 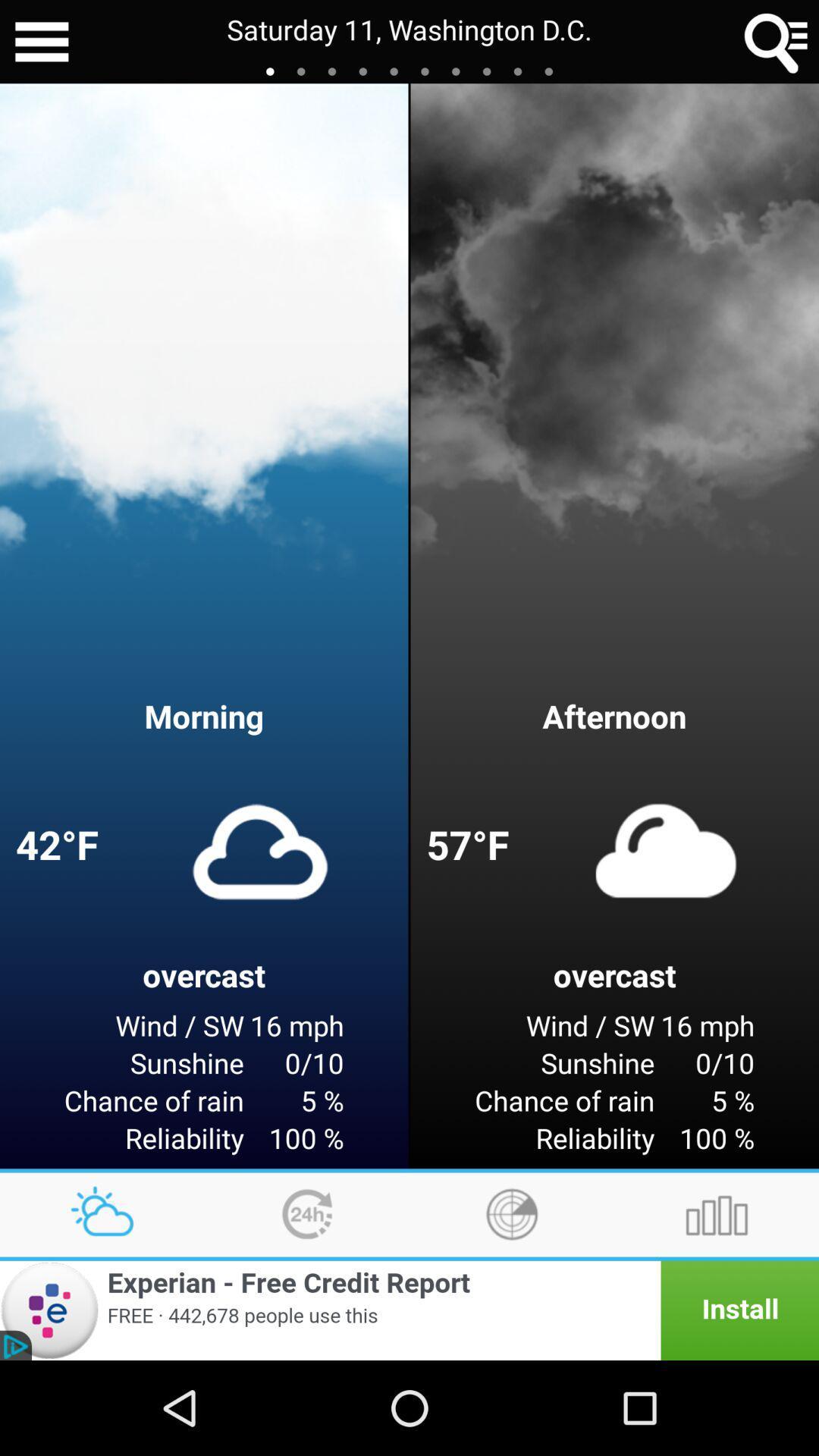 What do you see at coordinates (777, 42) in the screenshot?
I see `item next to saturday 11 washington` at bounding box center [777, 42].